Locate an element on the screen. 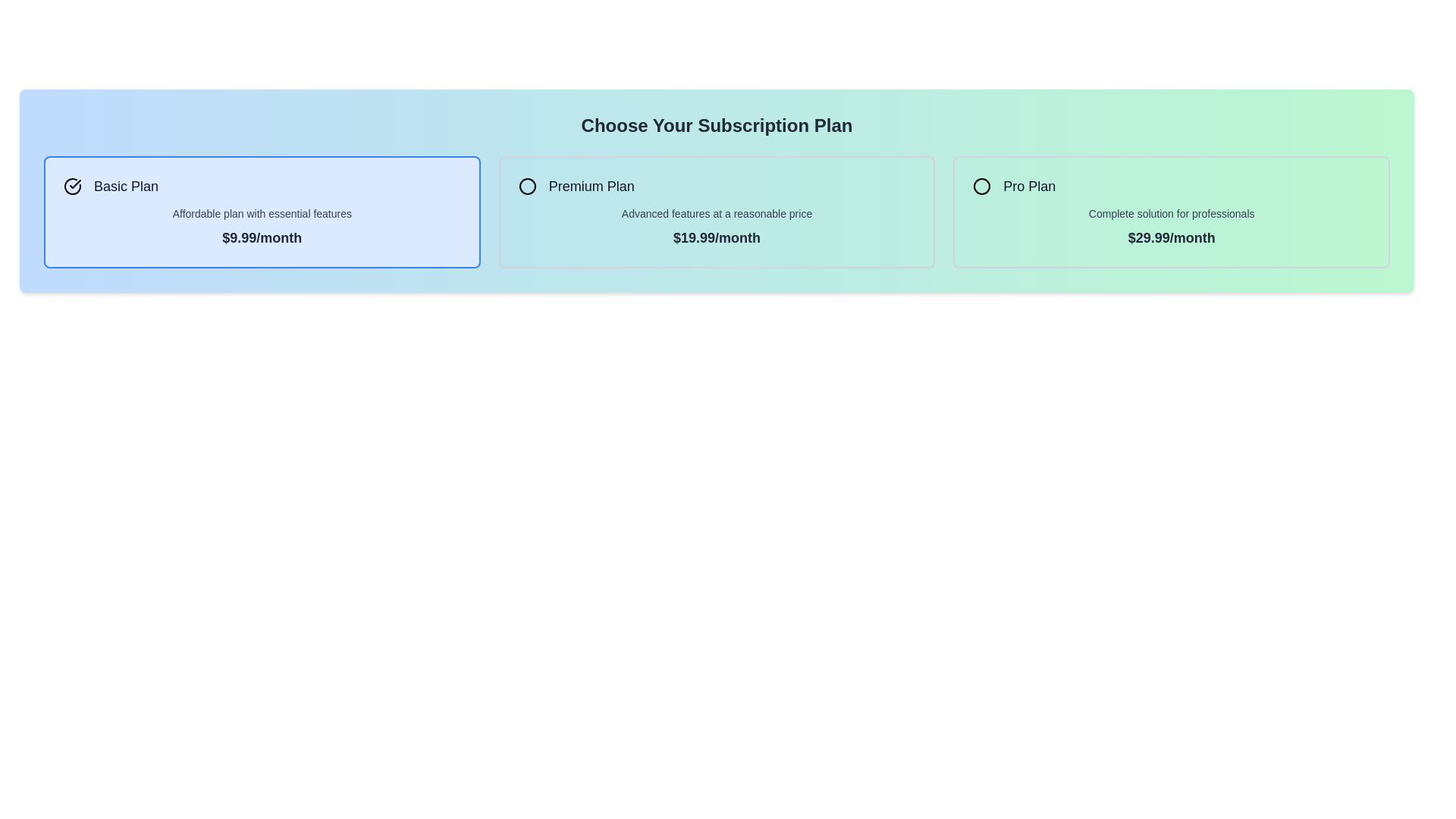  the price display of the 'Basic Plan' subscription, located beneath the description 'Affordable plan with essential features' in the card interface is located at coordinates (262, 237).